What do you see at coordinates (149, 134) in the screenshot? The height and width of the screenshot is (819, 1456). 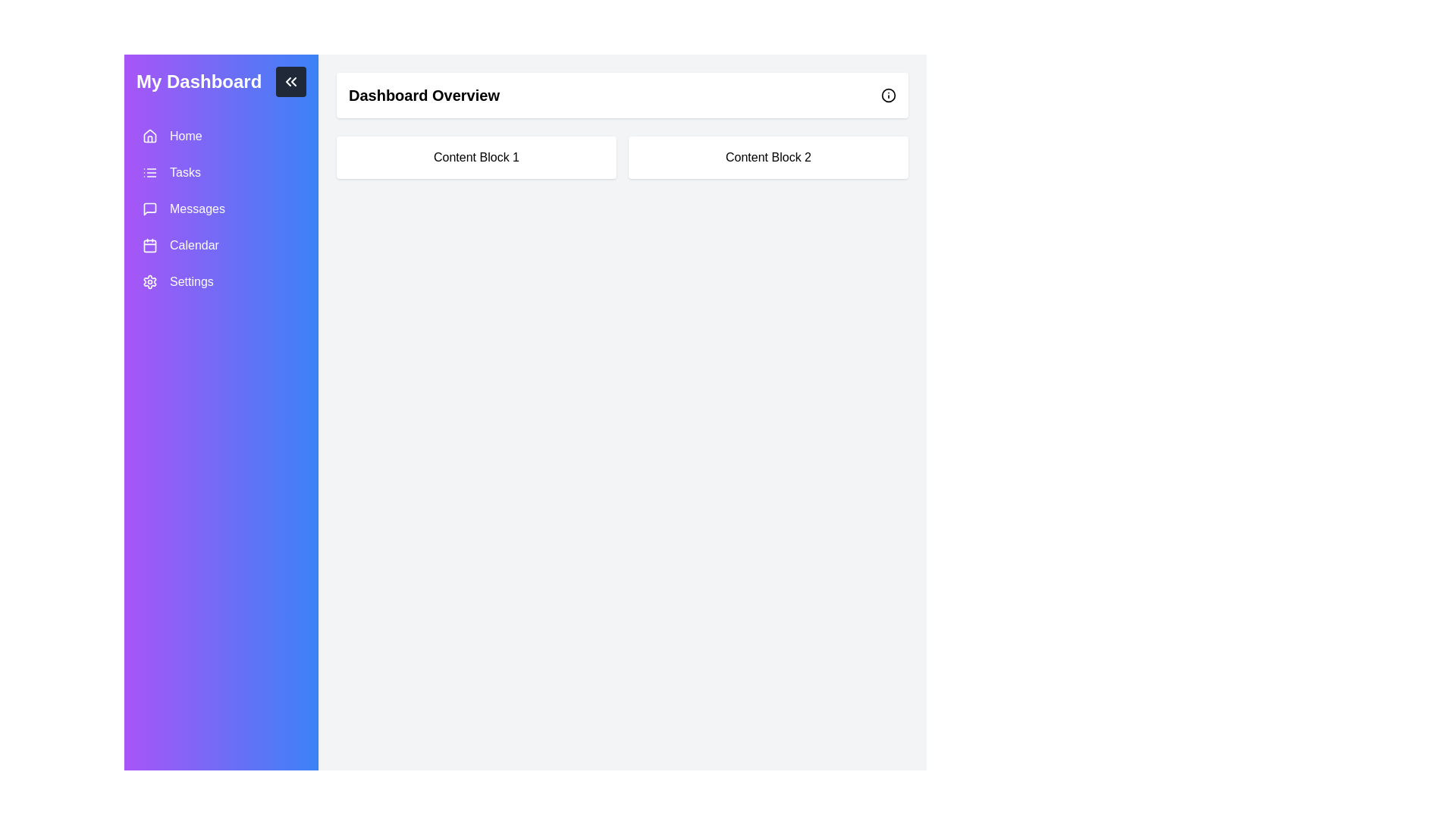 I see `the house icon located in the left-hand navigation panel above the 'Home' text` at bounding box center [149, 134].